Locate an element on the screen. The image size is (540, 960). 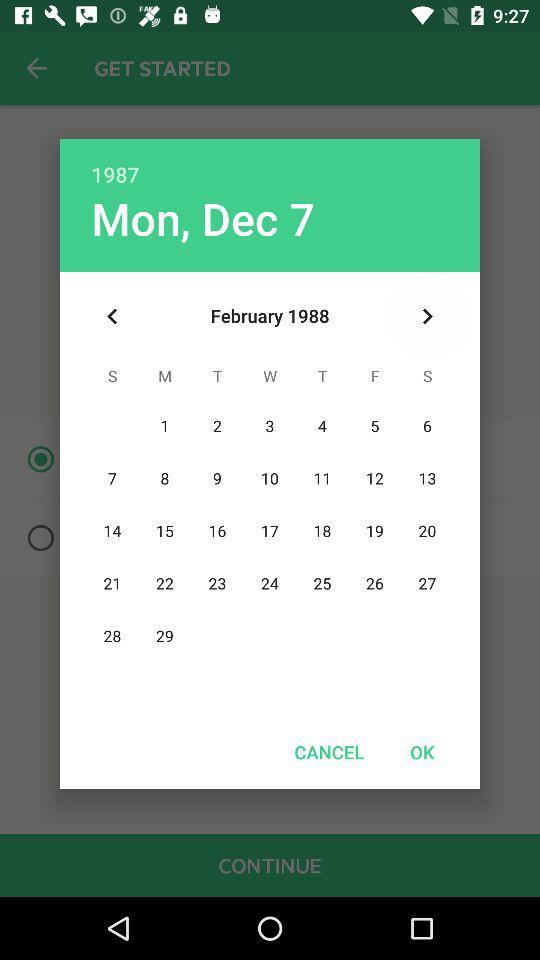
icon below mon, dec 7 is located at coordinates (112, 316).